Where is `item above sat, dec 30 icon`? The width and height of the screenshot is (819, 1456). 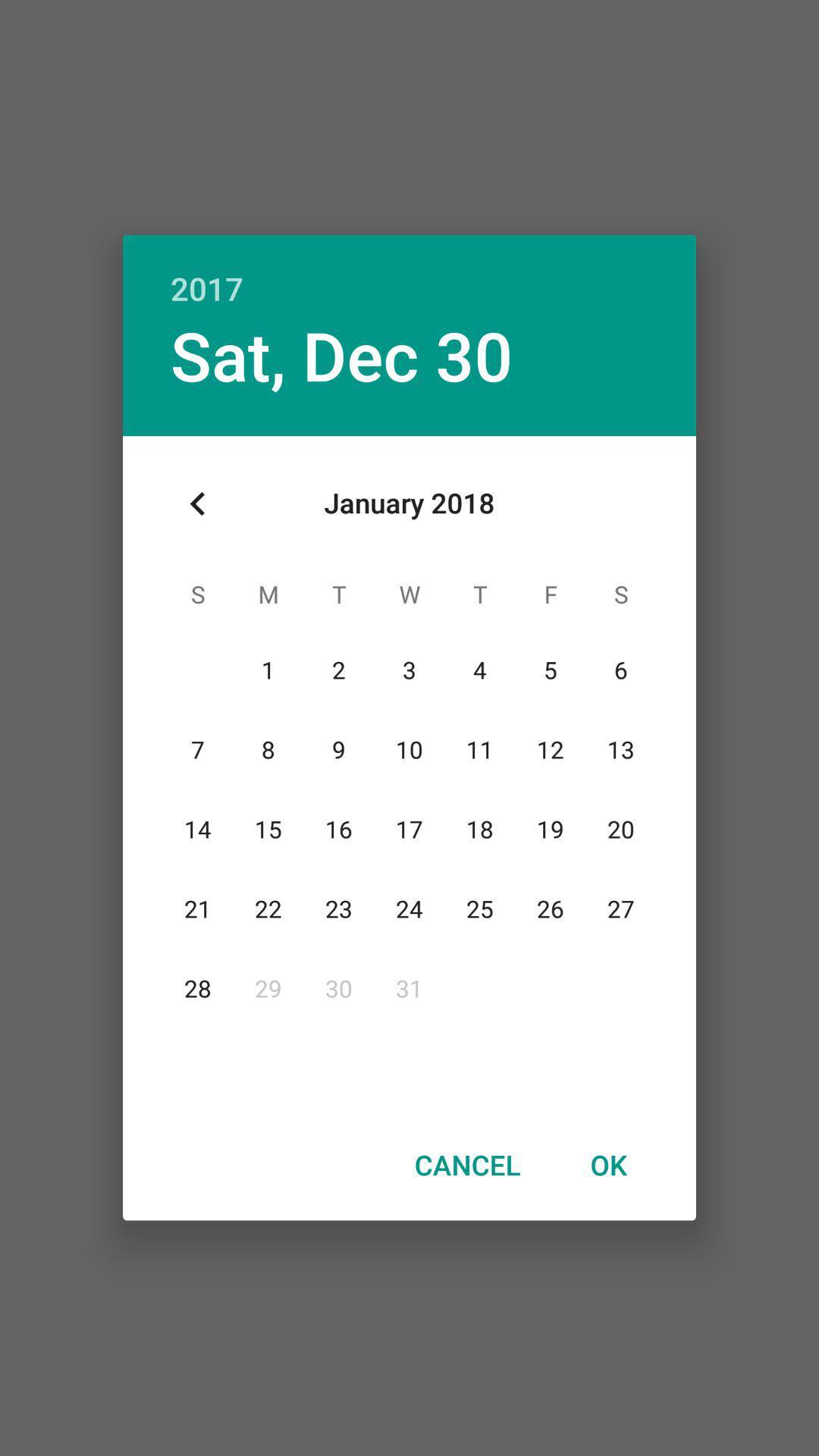
item above sat, dec 30 icon is located at coordinates (409, 272).